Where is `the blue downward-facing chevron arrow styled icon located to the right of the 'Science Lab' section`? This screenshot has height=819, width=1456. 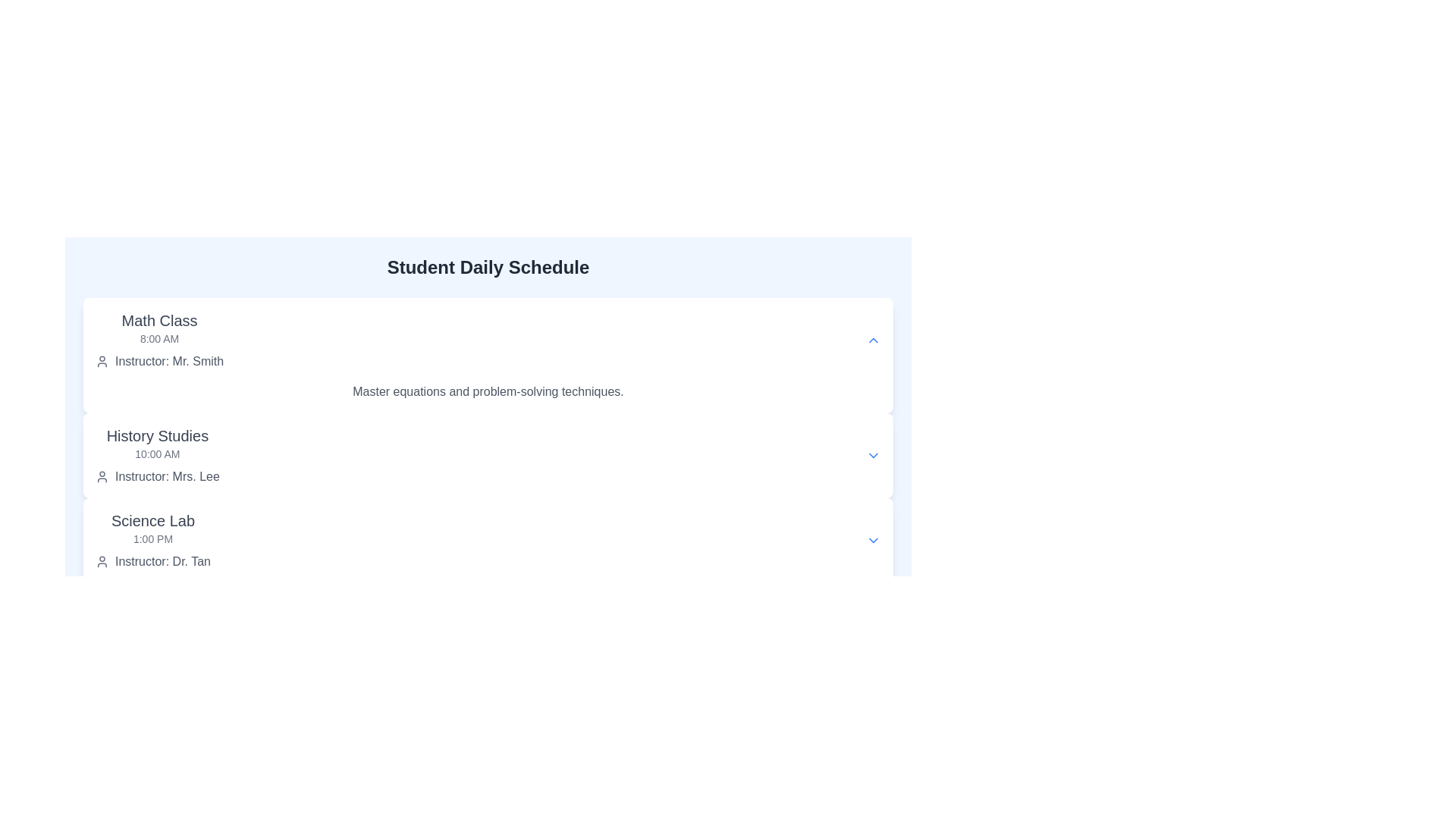
the blue downward-facing chevron arrow styled icon located to the right of the 'Science Lab' section is located at coordinates (874, 540).